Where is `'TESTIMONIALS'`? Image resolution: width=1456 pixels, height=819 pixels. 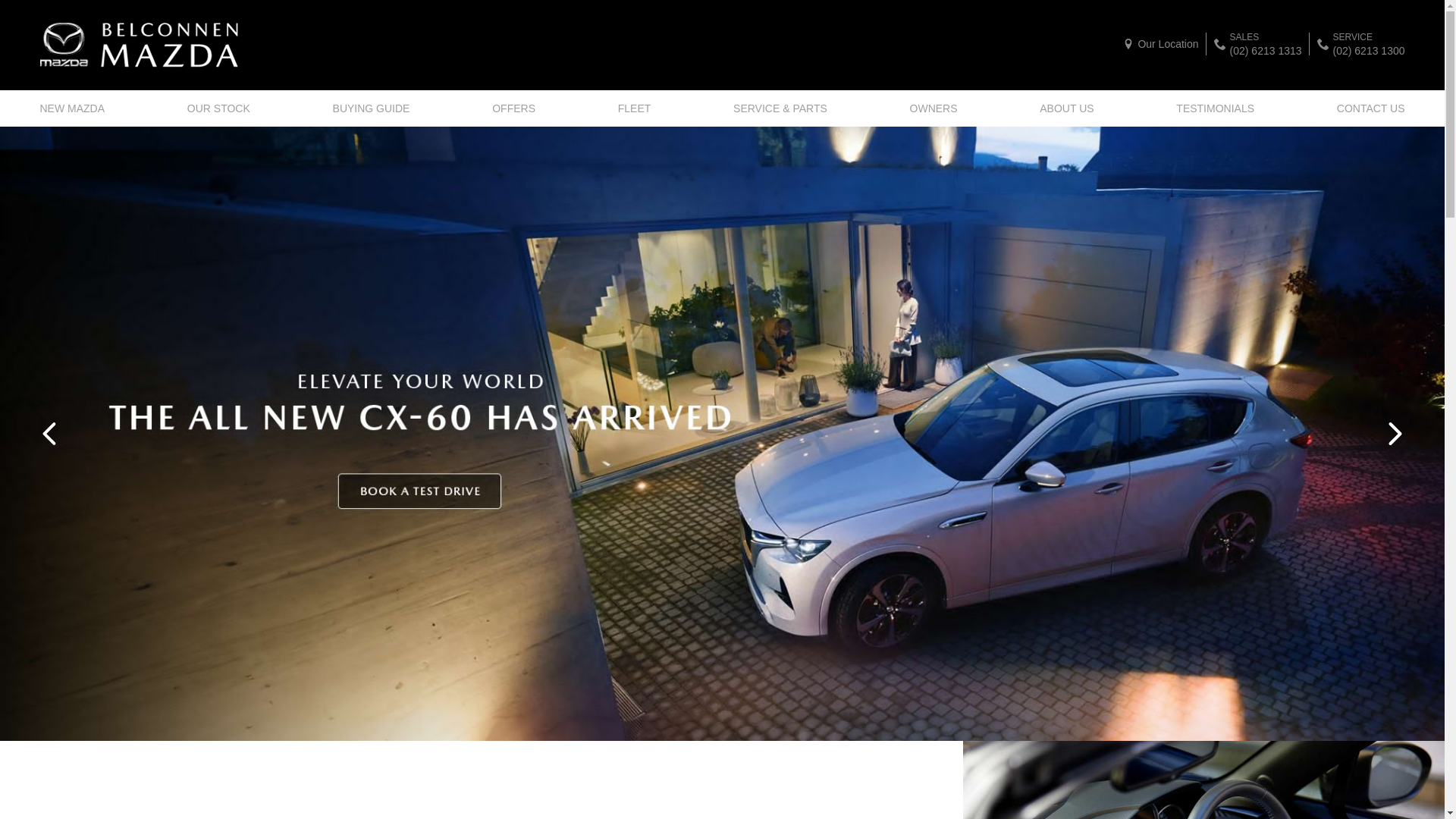
'TESTIMONIALS' is located at coordinates (1215, 107).